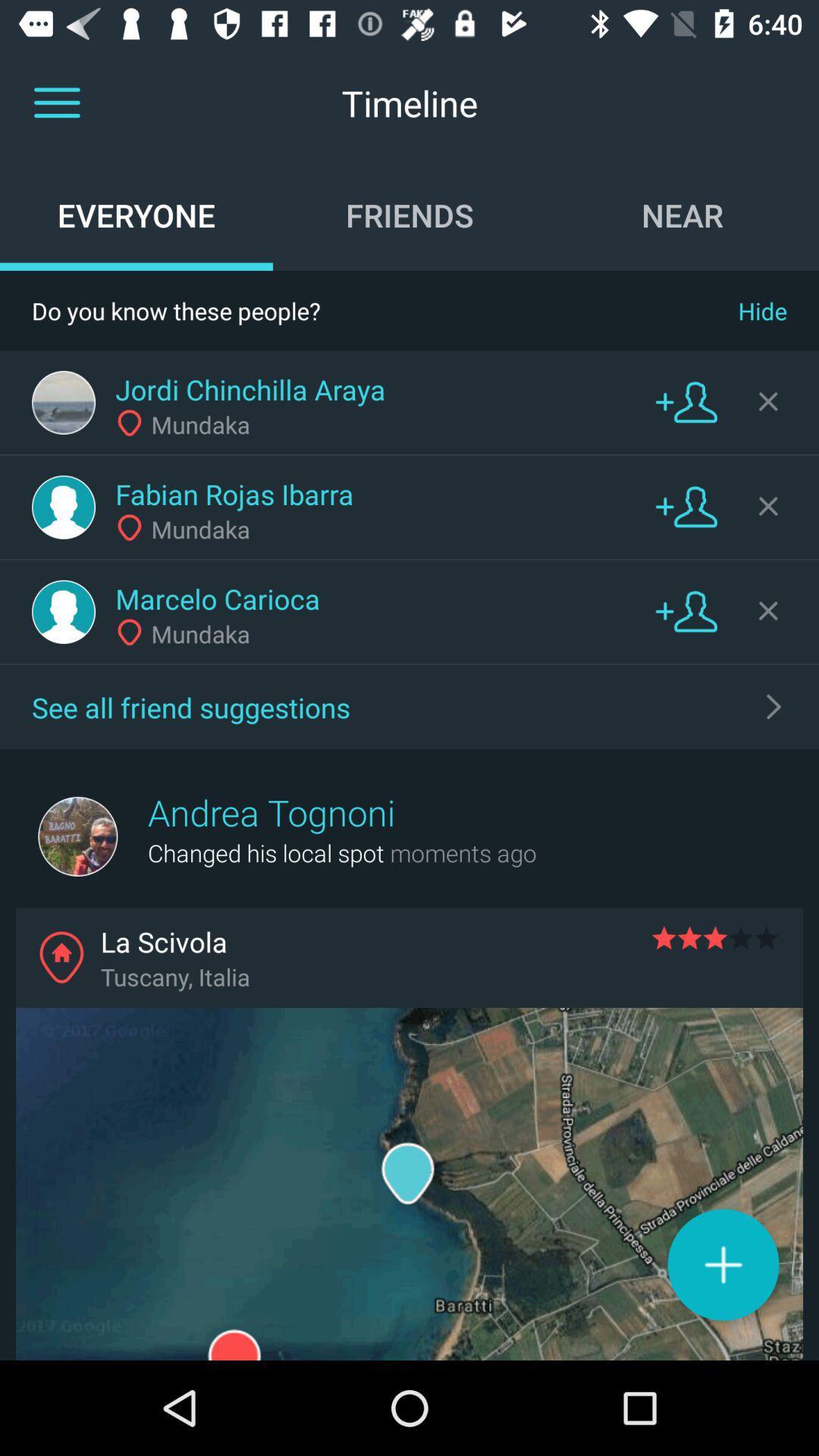 Image resolution: width=819 pixels, height=1456 pixels. Describe the element at coordinates (56, 102) in the screenshot. I see `menu bar` at that location.